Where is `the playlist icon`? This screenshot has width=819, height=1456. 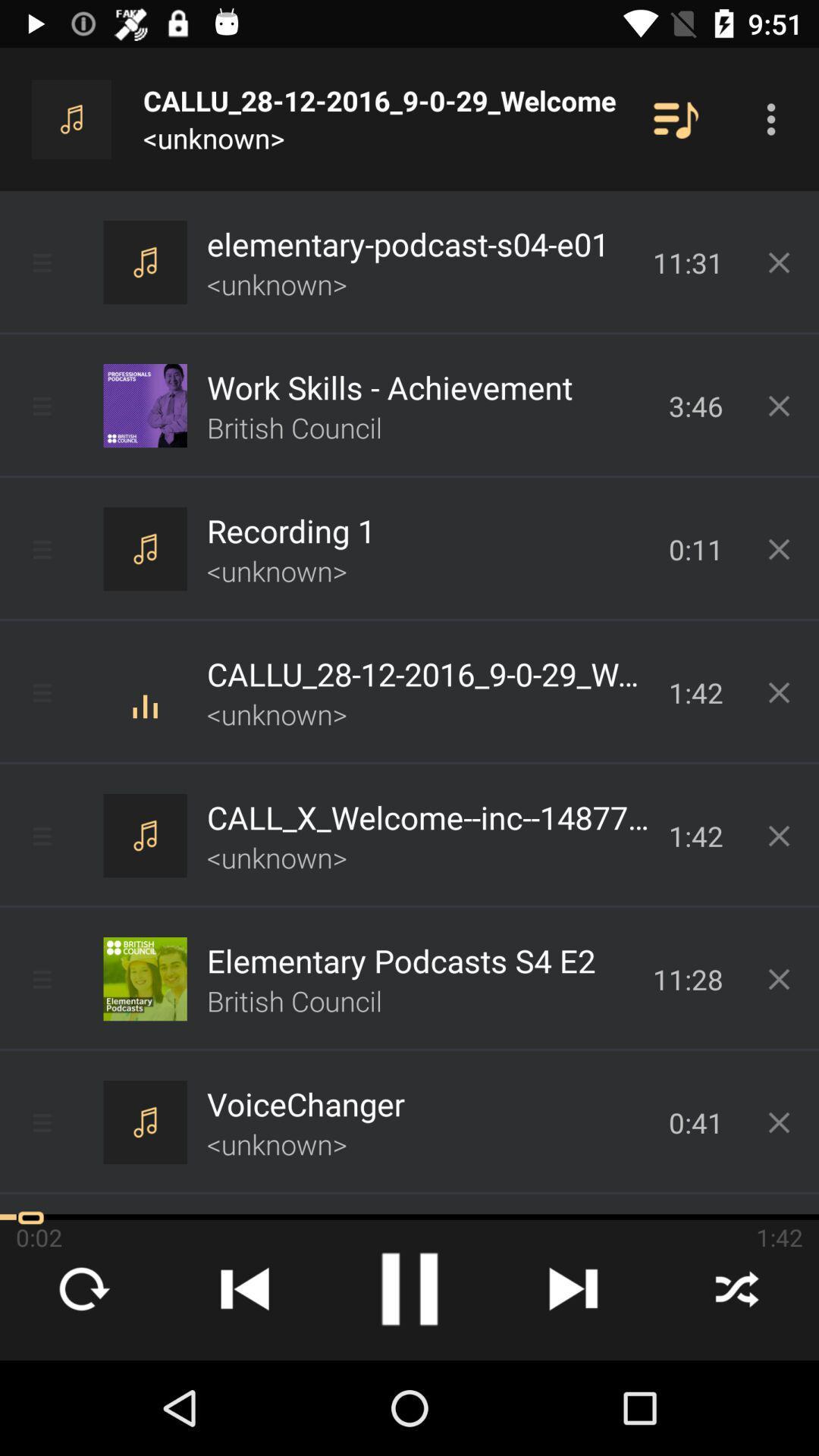 the playlist icon is located at coordinates (675, 118).